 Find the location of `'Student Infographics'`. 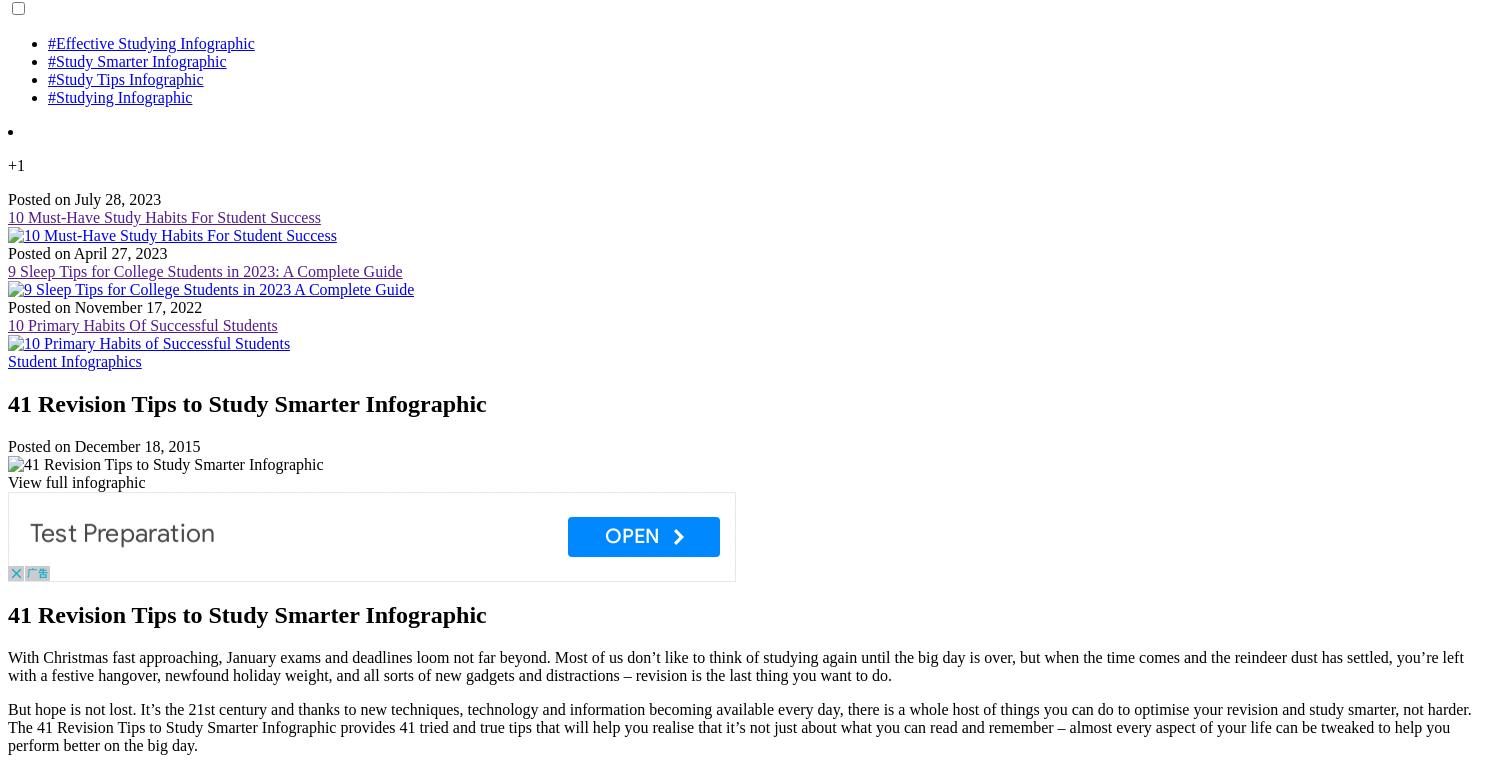

'Student Infographics' is located at coordinates (74, 360).